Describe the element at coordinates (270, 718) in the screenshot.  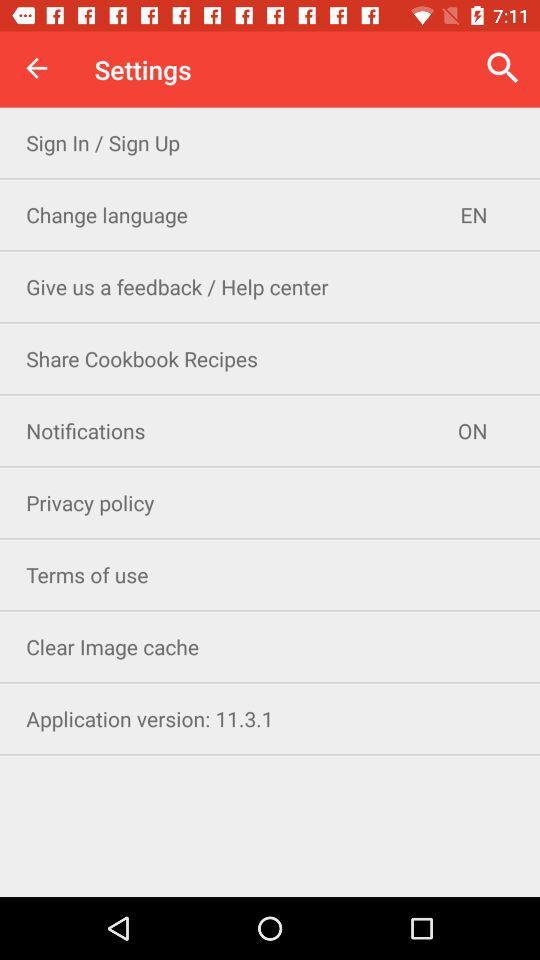
I see `application version 11 icon` at that location.